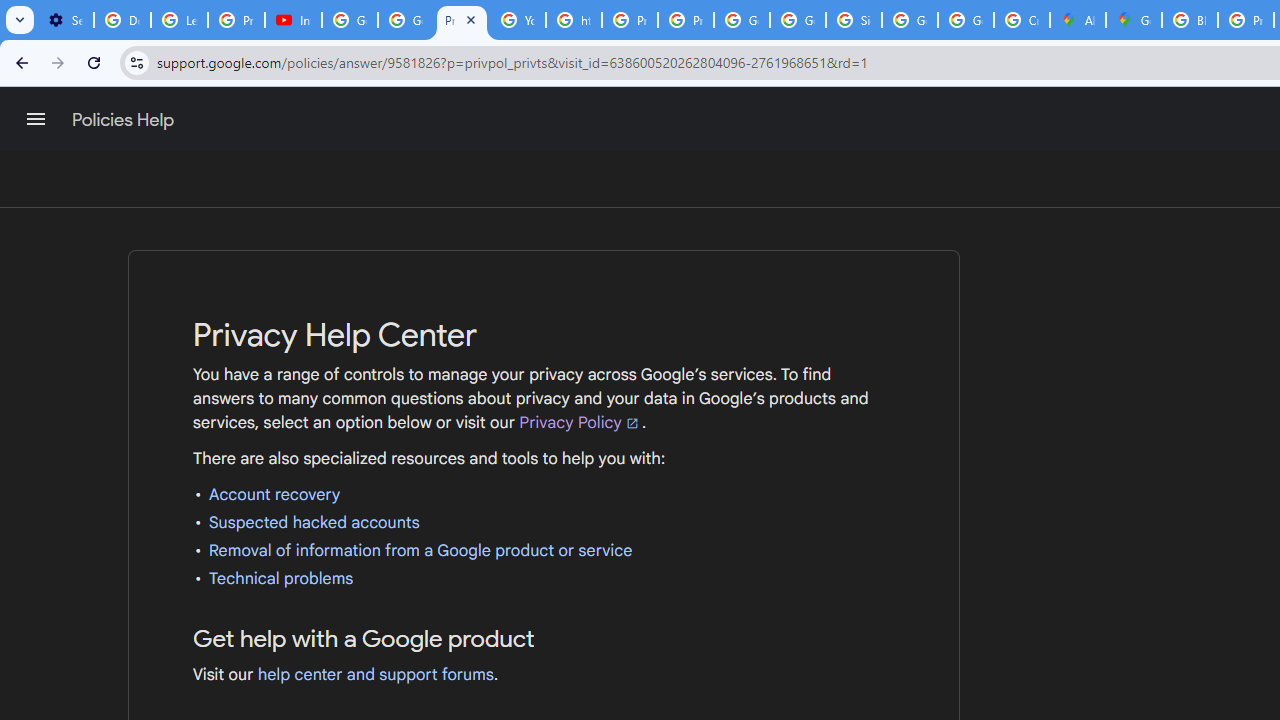  What do you see at coordinates (375, 675) in the screenshot?
I see `'help center and support forums'` at bounding box center [375, 675].